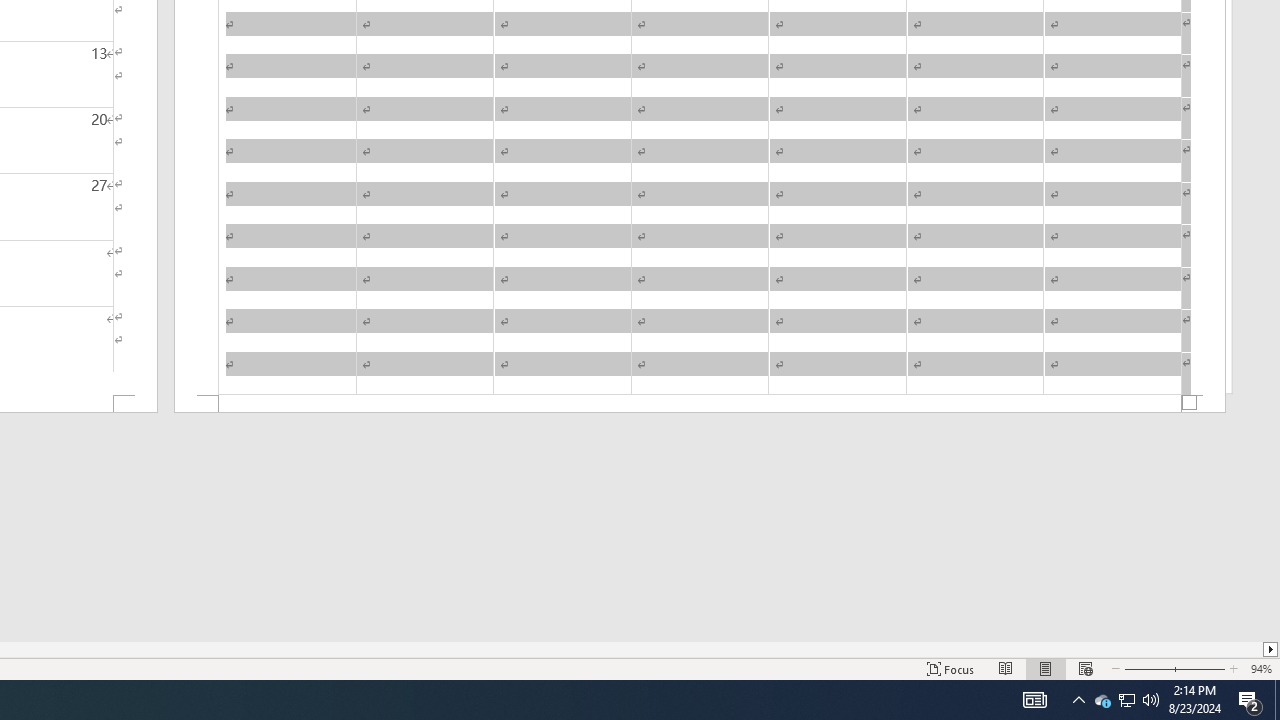 The height and width of the screenshot is (720, 1280). I want to click on 'Print Layout', so click(1045, 669).